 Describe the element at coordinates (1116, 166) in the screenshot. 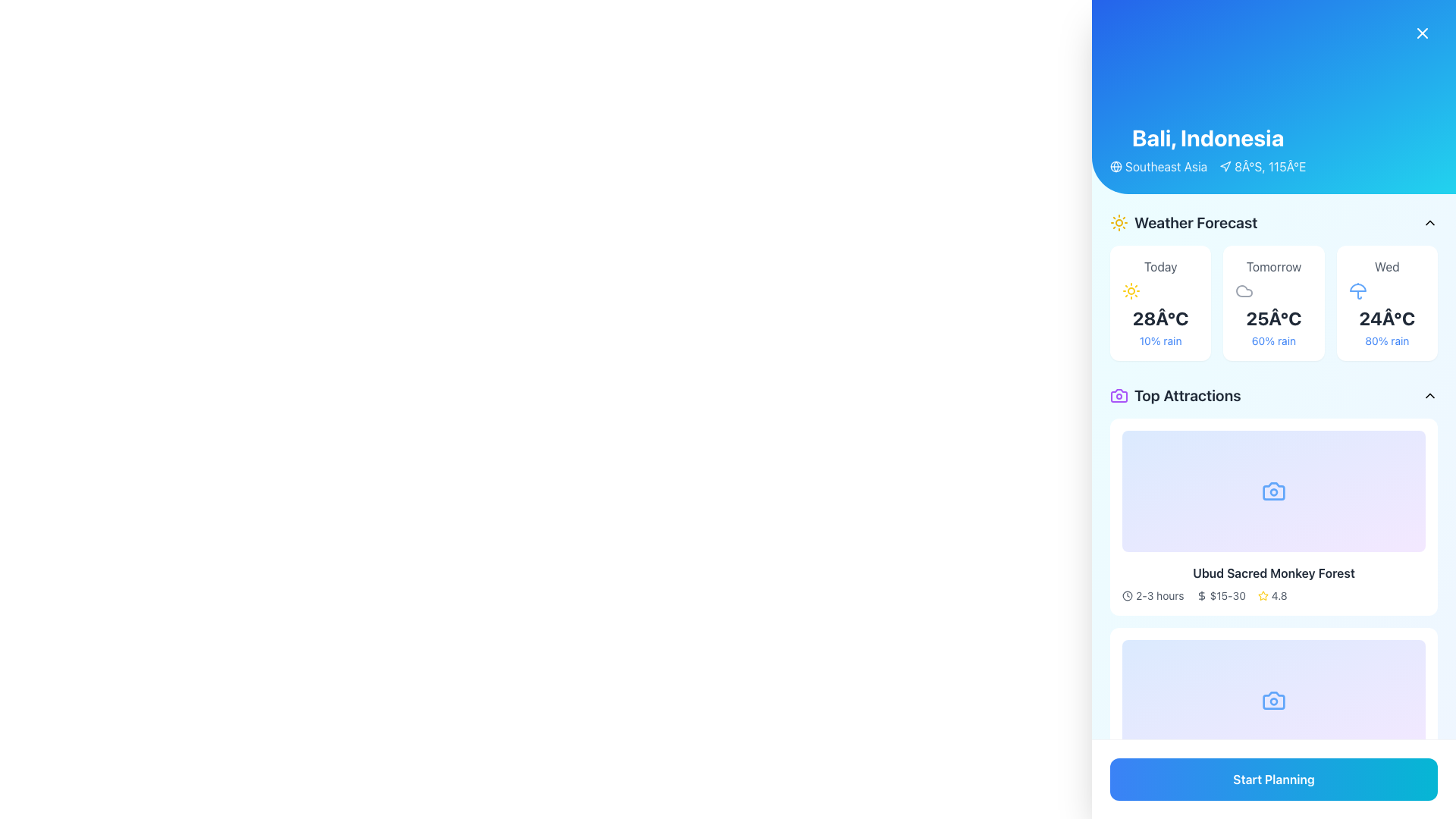

I see `the globe icon indicating geographical information for 'Southeast Asia'` at that location.